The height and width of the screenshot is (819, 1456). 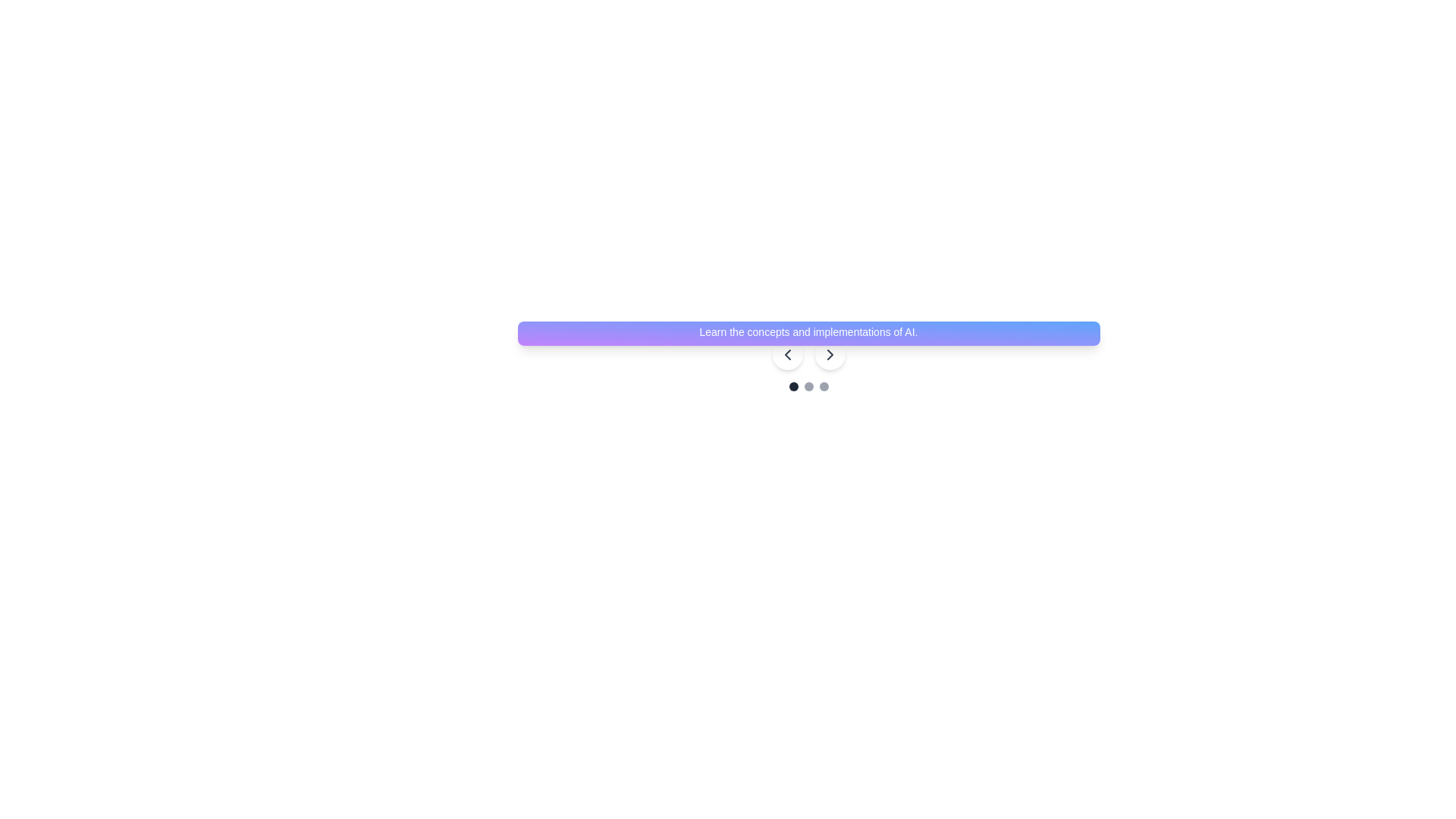 I want to click on the static text element providing additional information about the course, positioned beneath 'Music Production Course' and above '$30/session', so click(x=808, y=331).